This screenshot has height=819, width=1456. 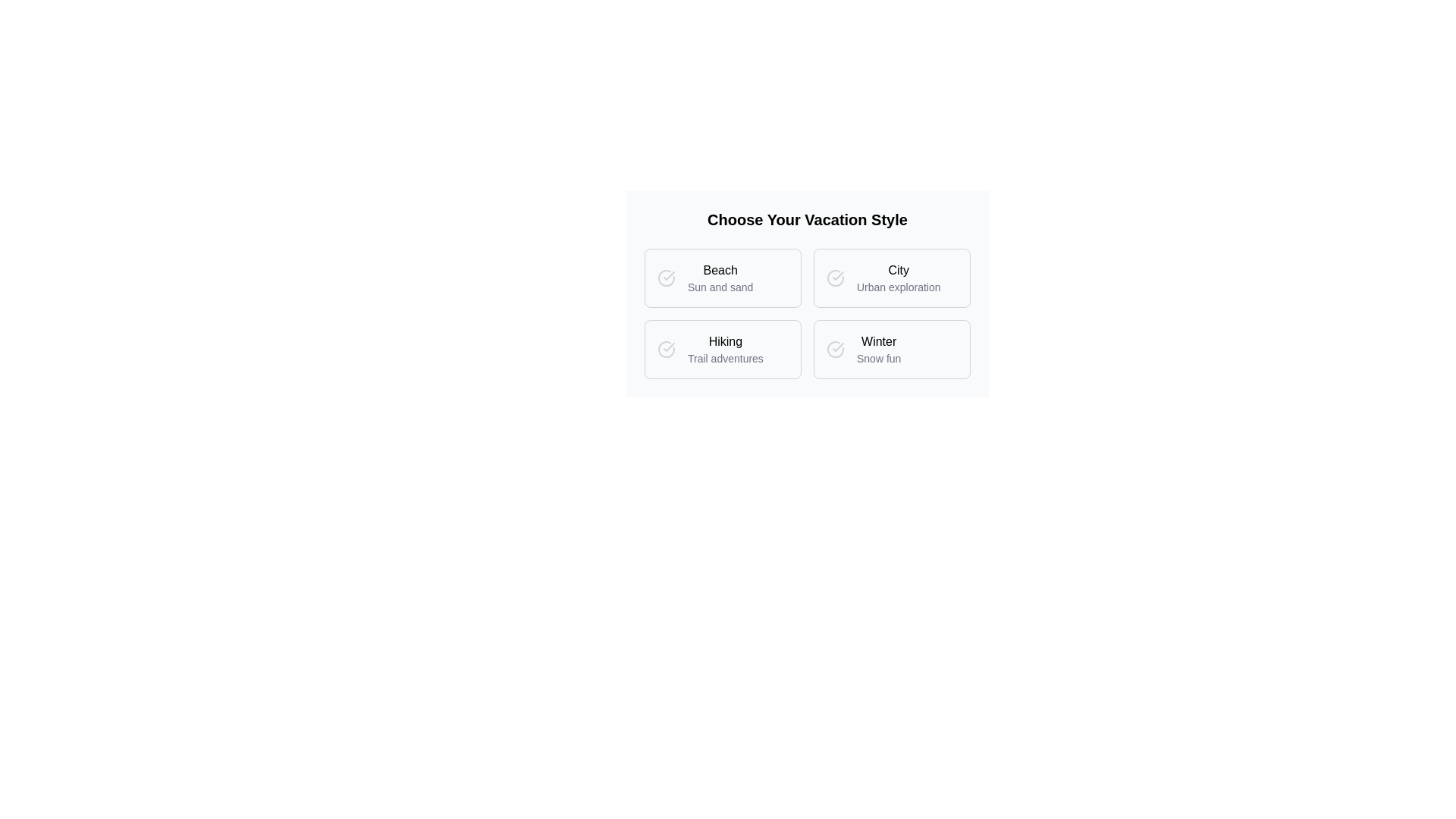 I want to click on the 'Beach' selectable card in the 'Choose Your Vacation Style' section to make this selection, so click(x=722, y=278).